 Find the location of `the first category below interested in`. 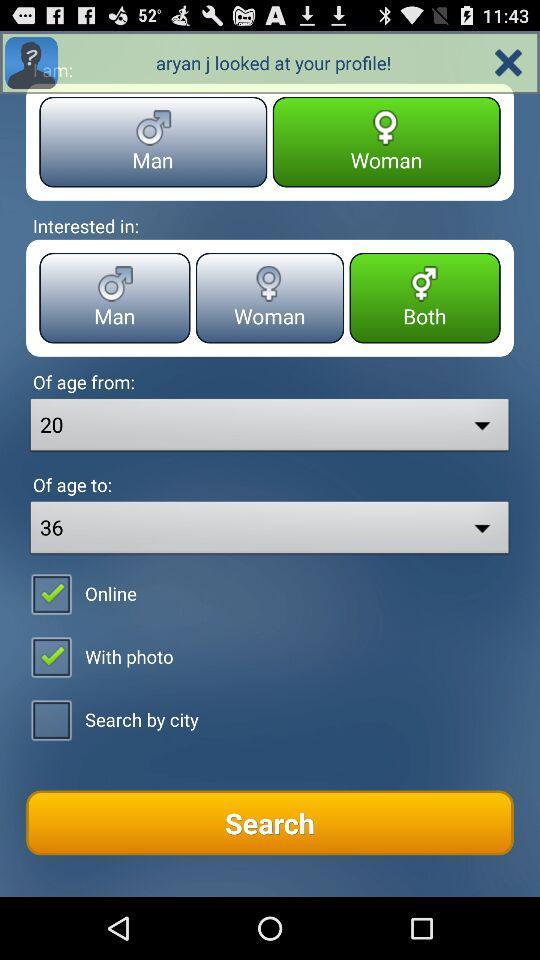

the first category below interested in is located at coordinates (115, 297).